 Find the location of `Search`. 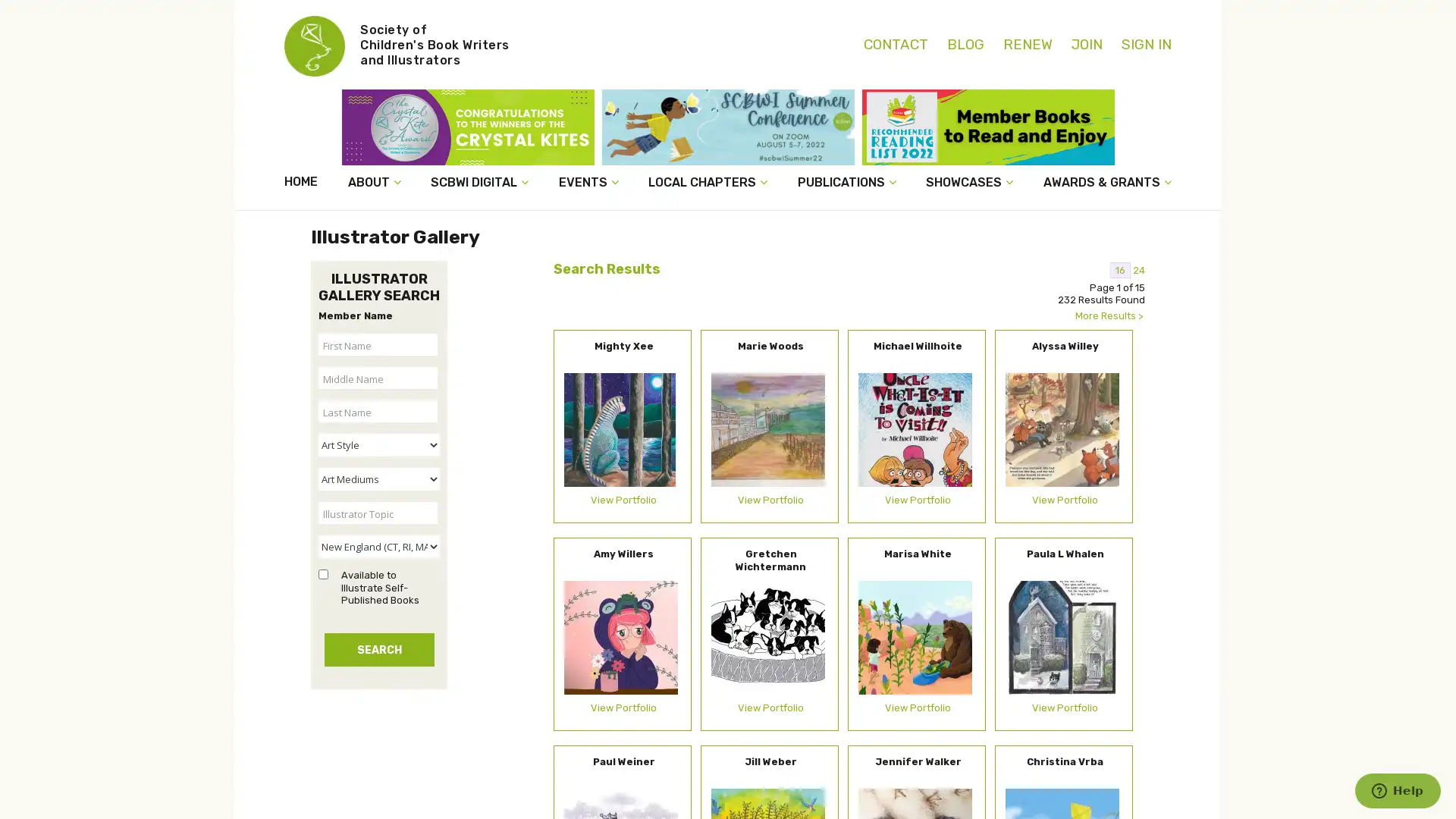

Search is located at coordinates (378, 648).